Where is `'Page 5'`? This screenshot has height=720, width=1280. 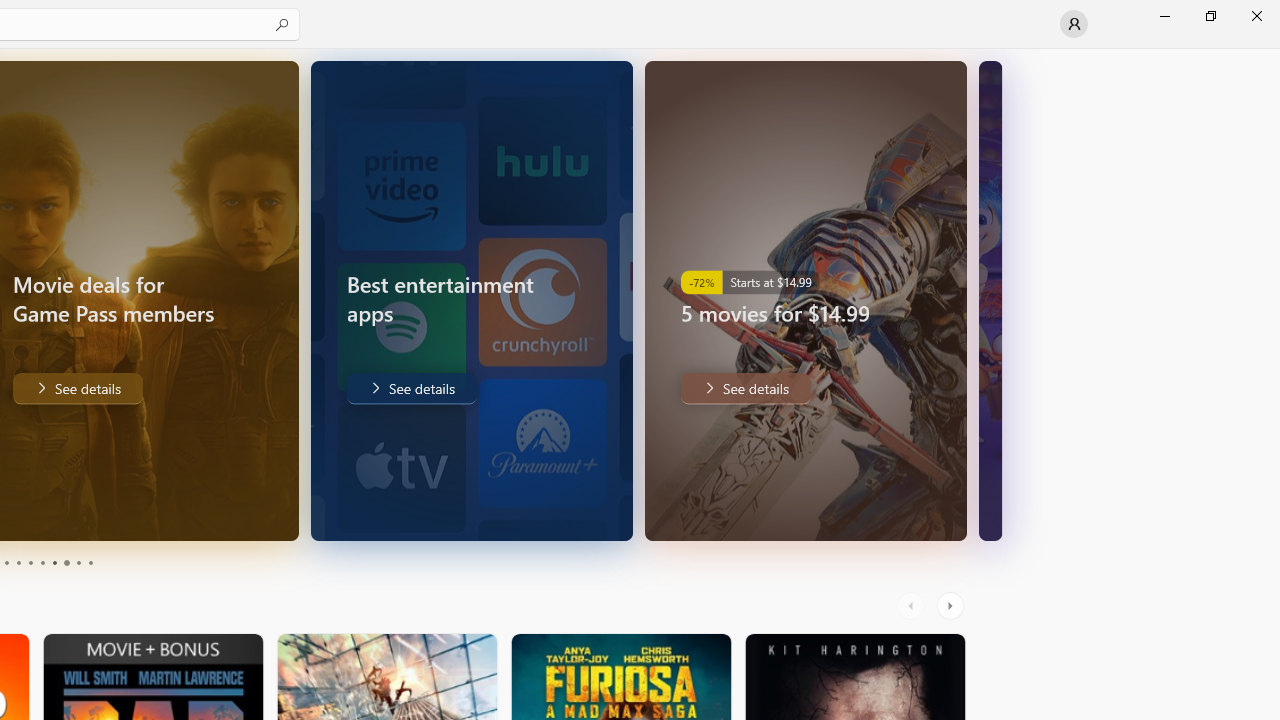 'Page 5' is located at coordinates (30, 563).